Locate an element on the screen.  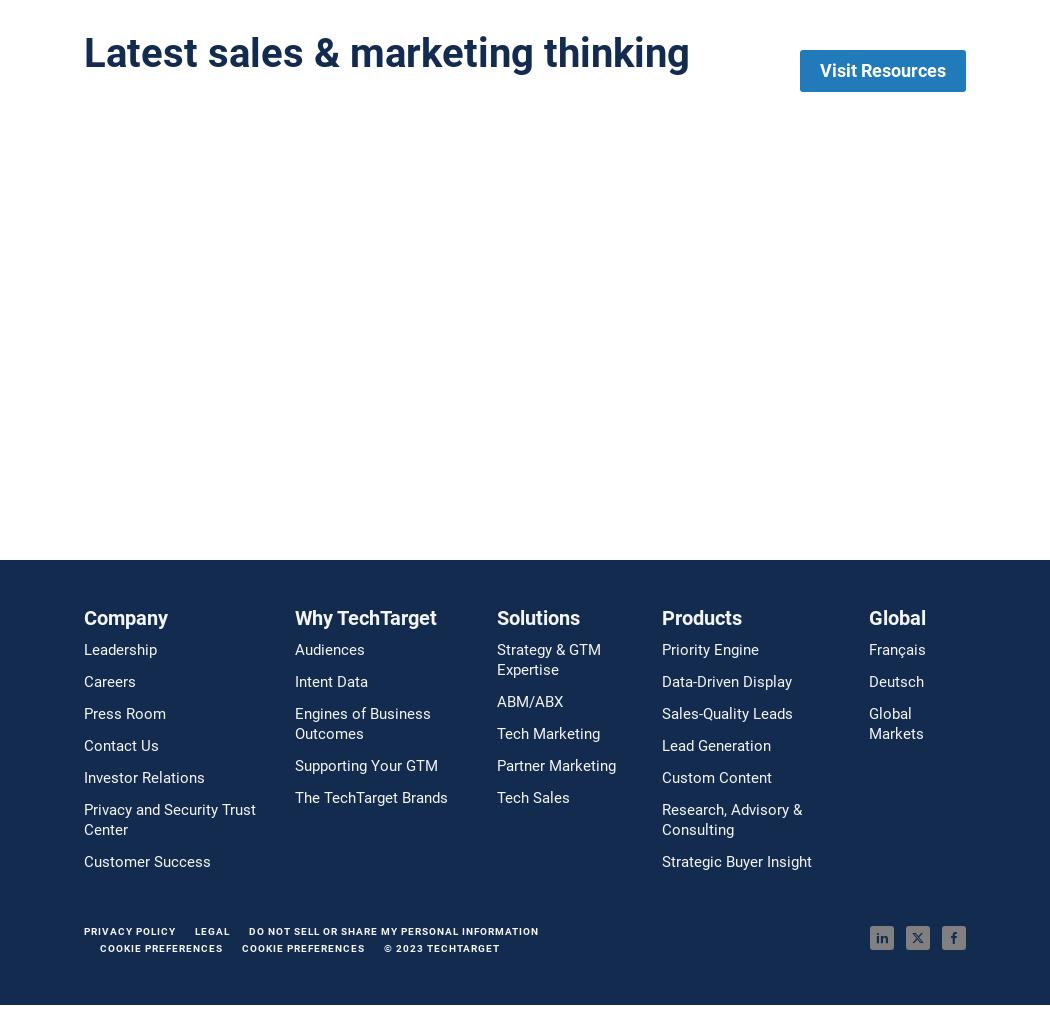
'Contact Us' is located at coordinates (120, 746).